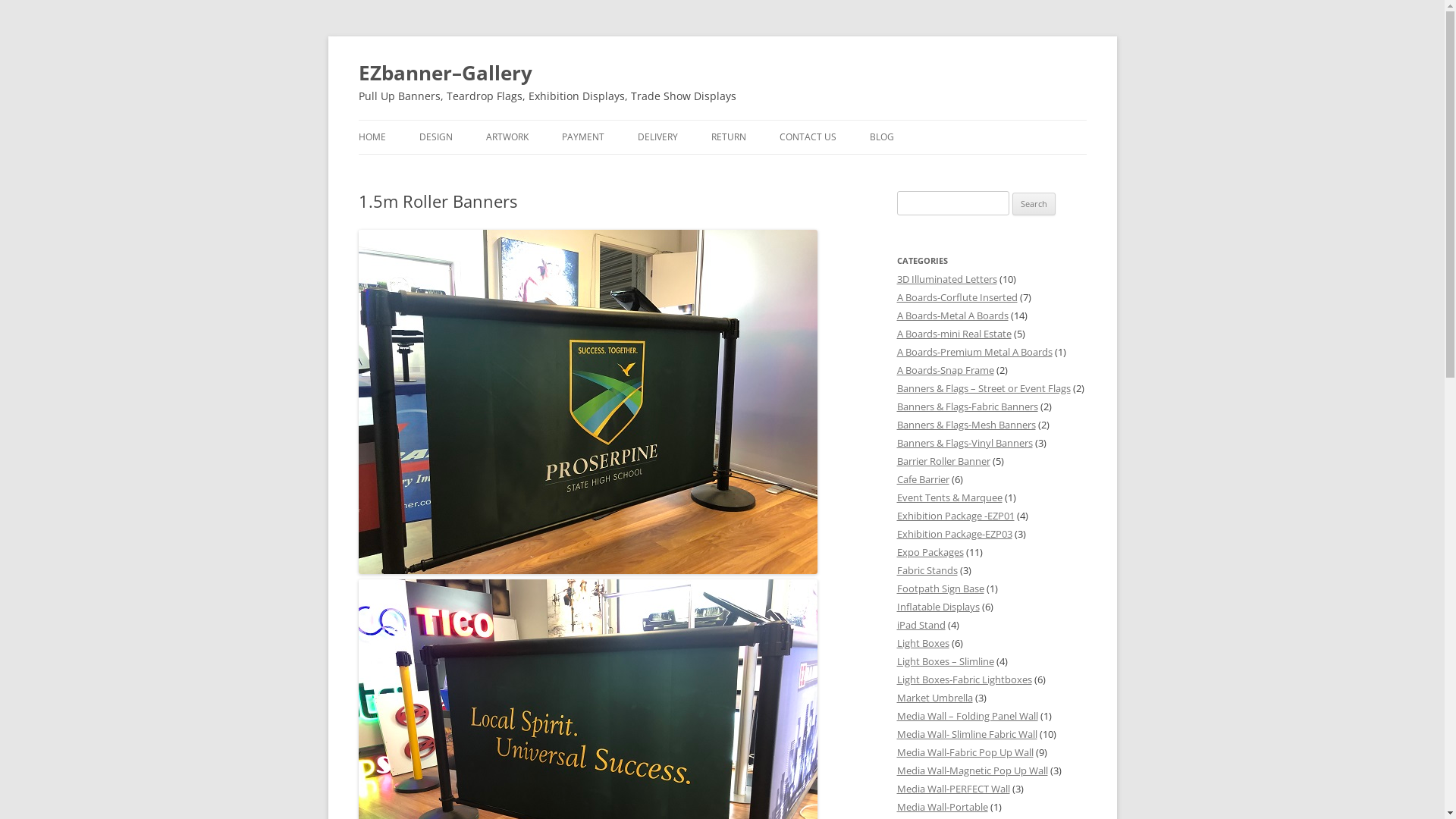 This screenshot has height=819, width=1456. I want to click on 'Cafe Barrier', so click(896, 479).